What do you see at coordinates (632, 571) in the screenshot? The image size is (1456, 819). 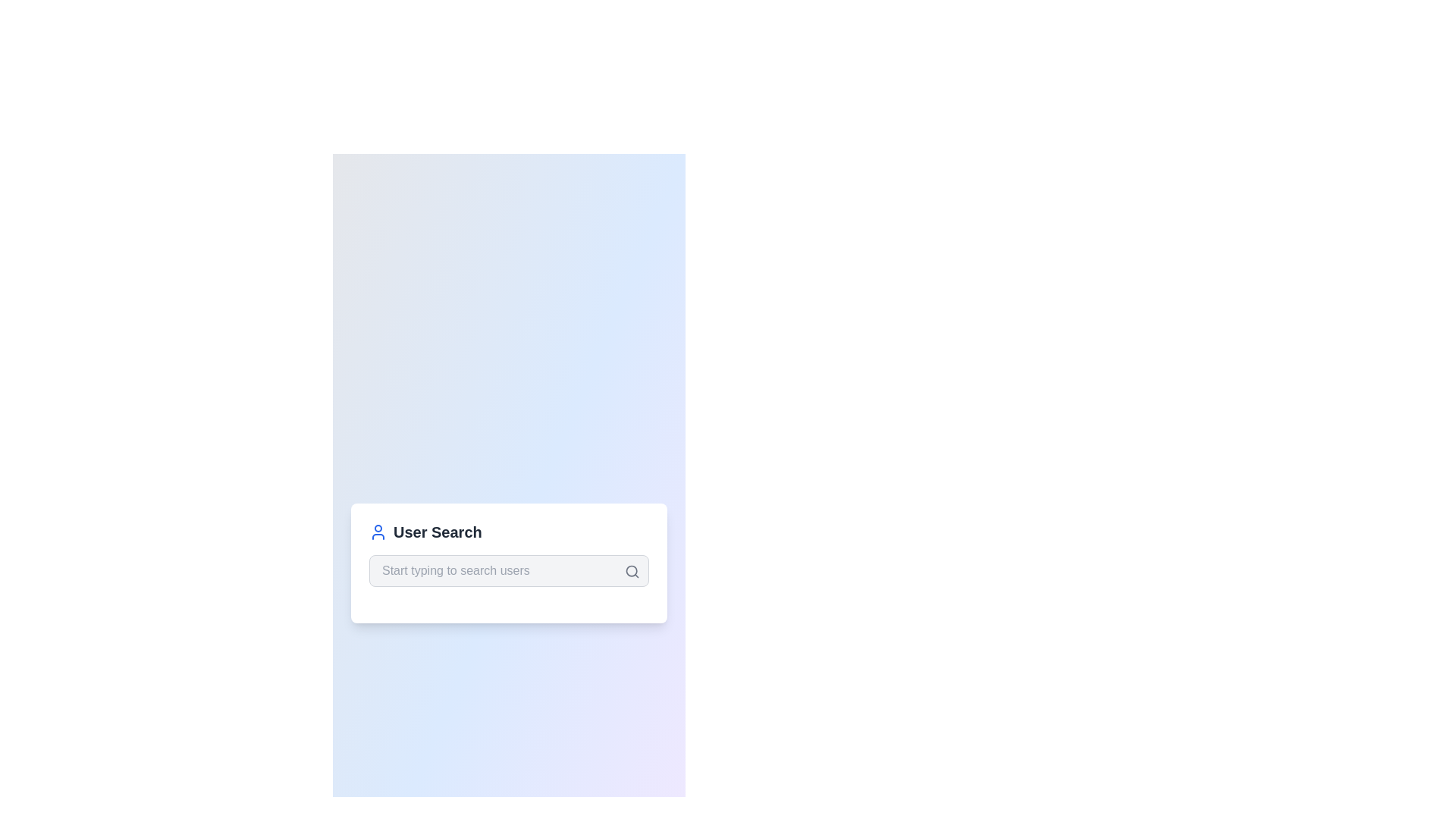 I see `the search icon button located at the absolute right-top corner of the input field to initiate a search action` at bounding box center [632, 571].